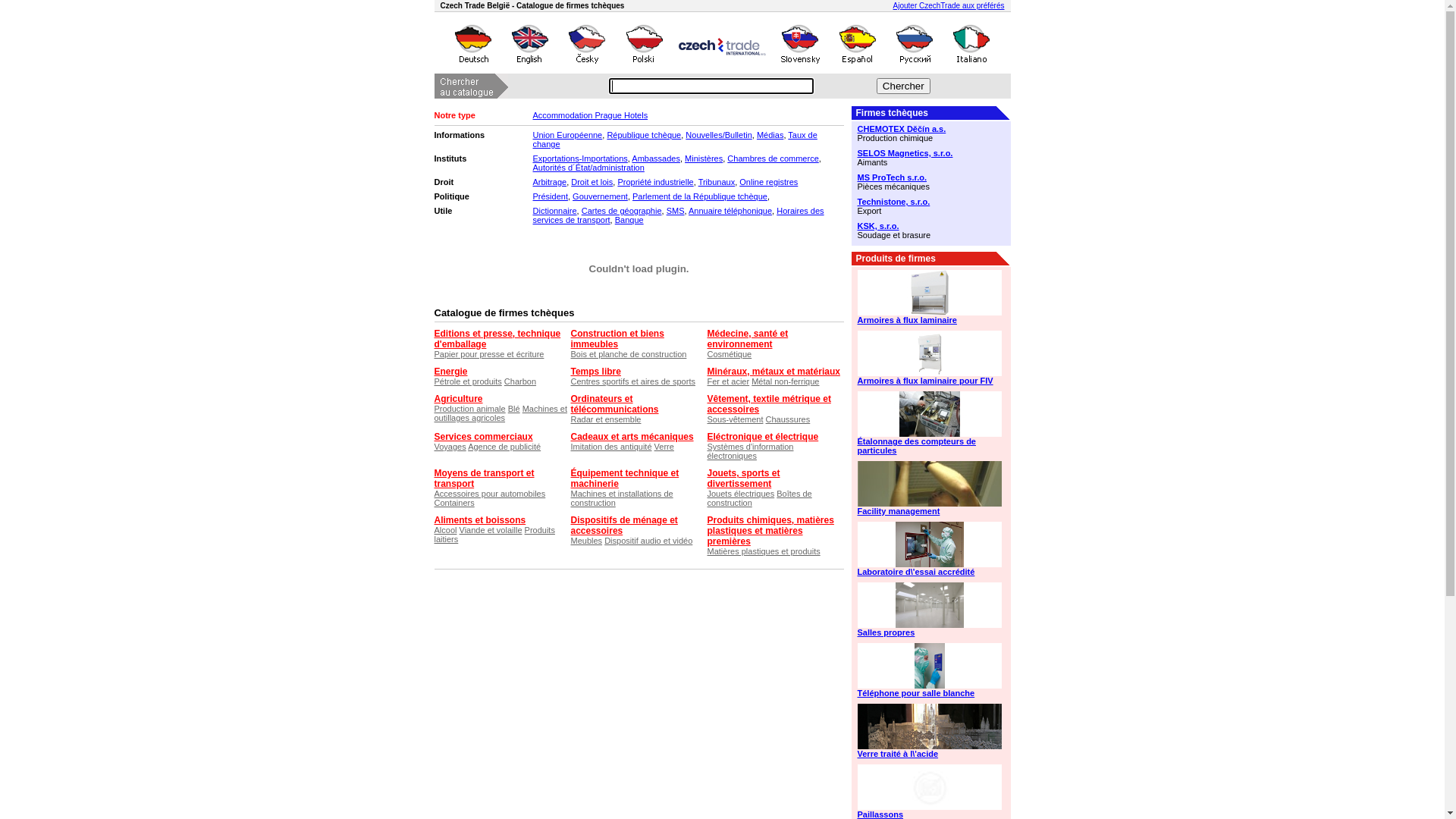 The image size is (1456, 819). Describe the element at coordinates (432, 529) in the screenshot. I see `'Alcool'` at that location.